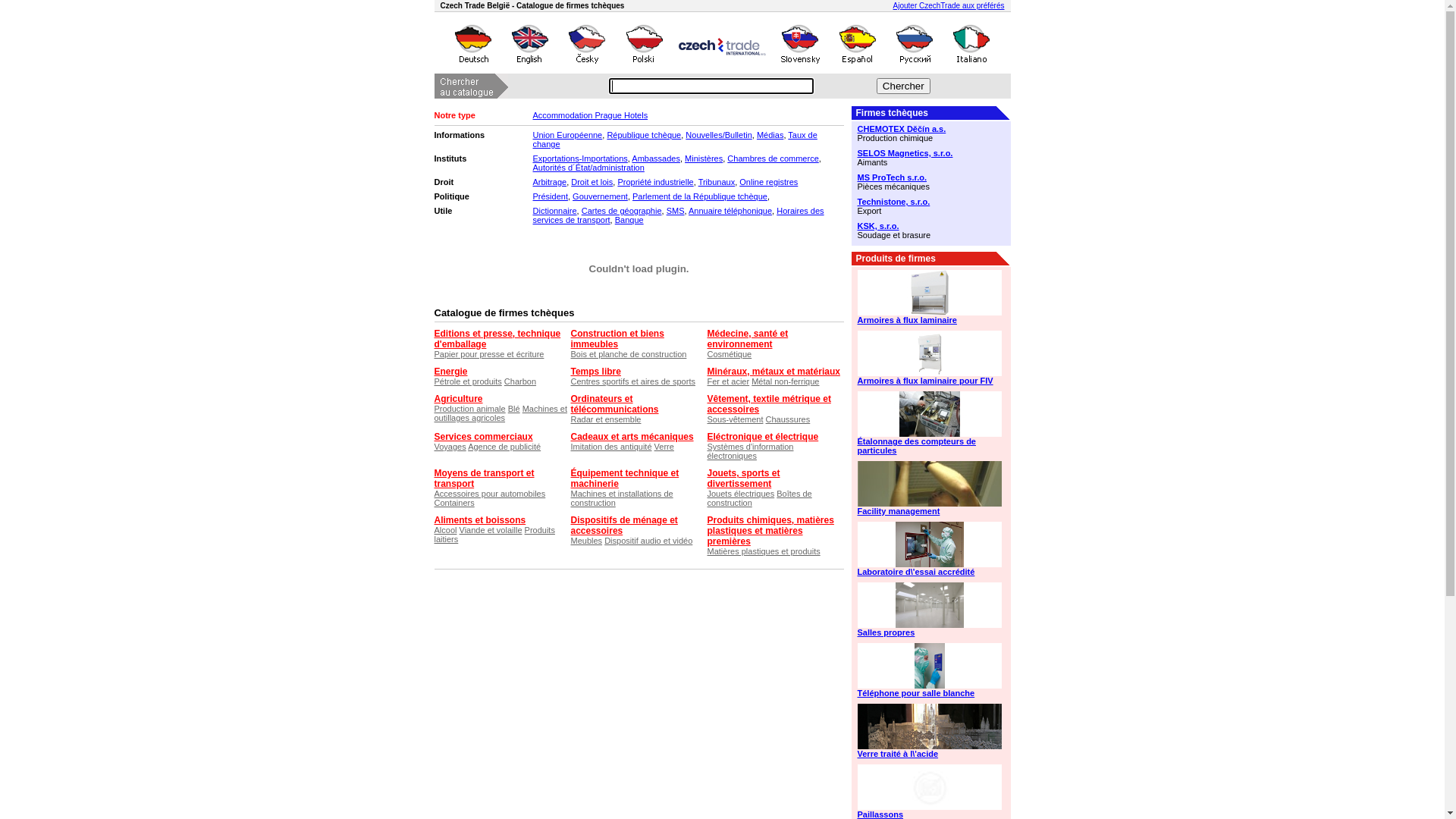 The image size is (1456, 819). Describe the element at coordinates (432, 529) in the screenshot. I see `'Alcool'` at that location.